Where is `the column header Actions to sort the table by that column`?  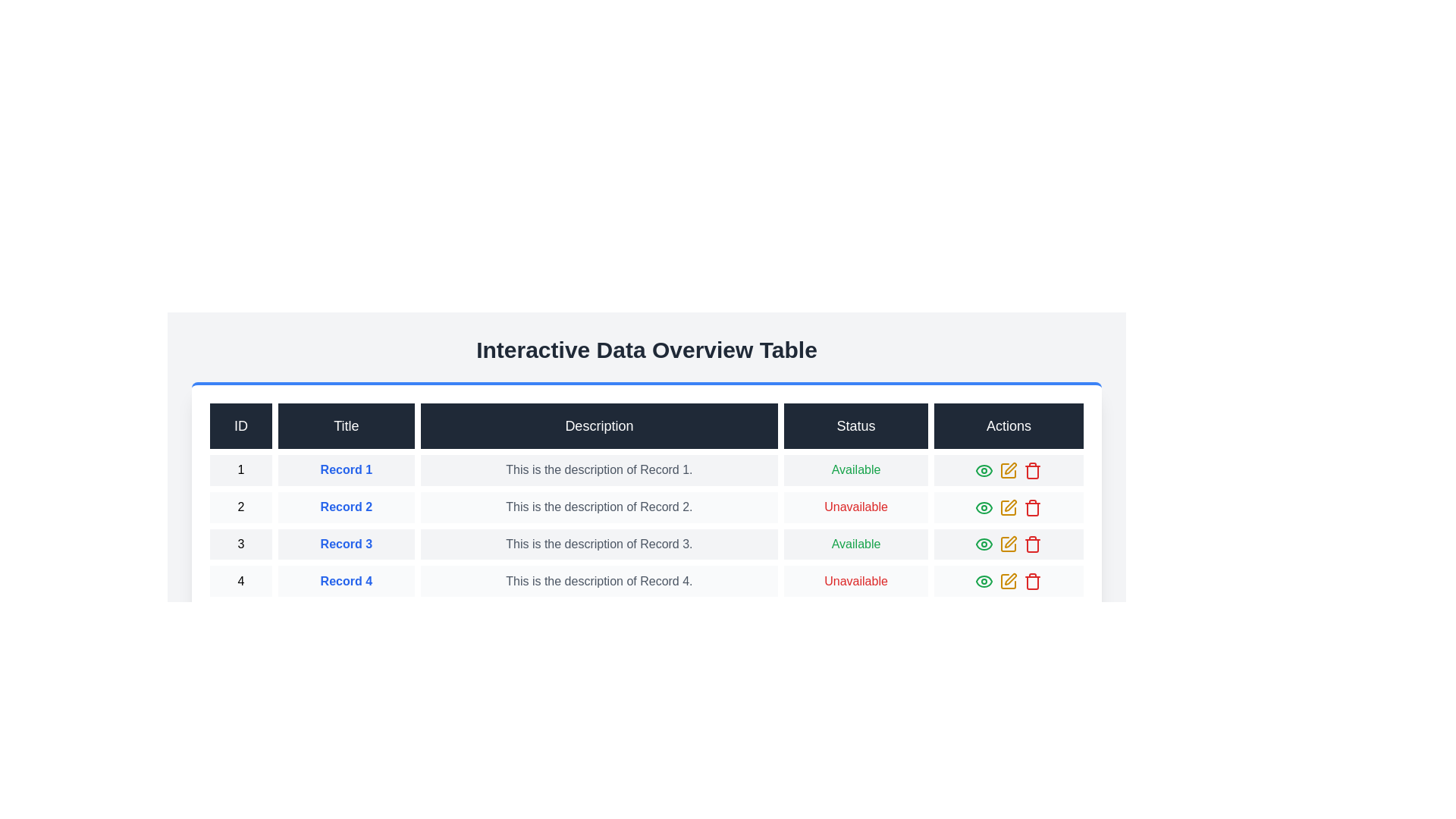
the column header Actions to sort the table by that column is located at coordinates (1009, 426).